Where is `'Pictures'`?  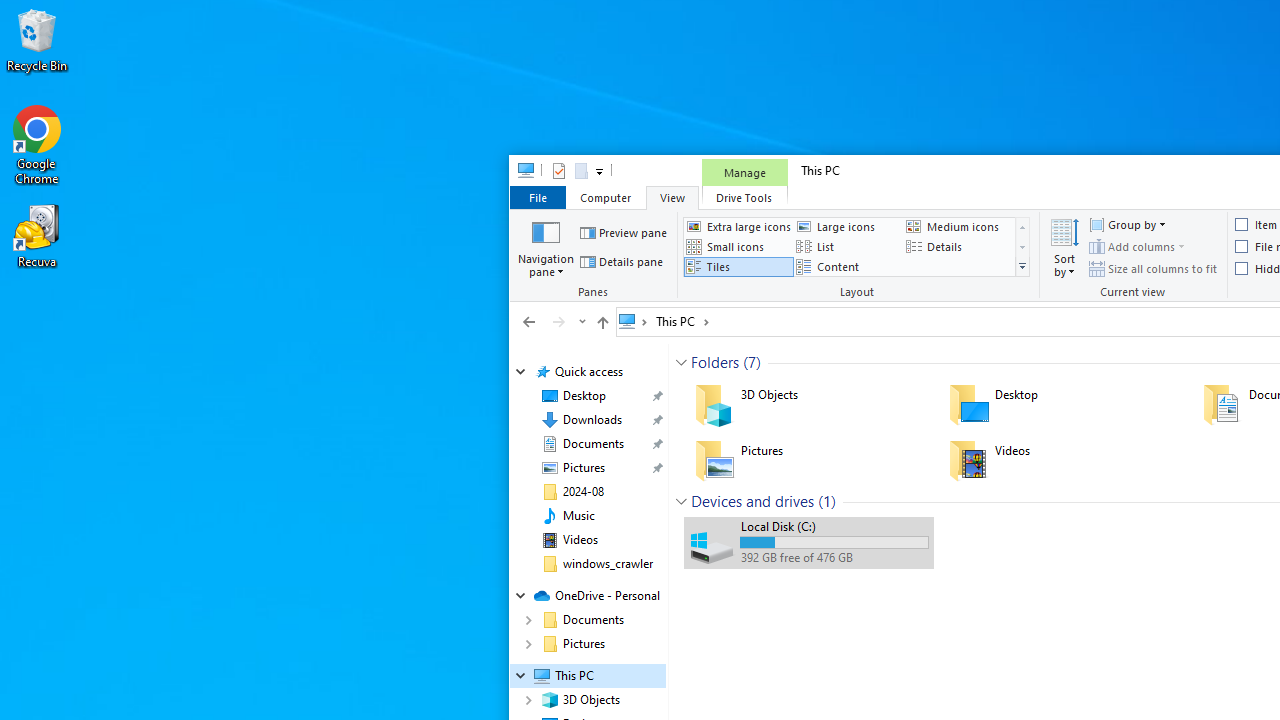 'Pictures' is located at coordinates (808, 460).